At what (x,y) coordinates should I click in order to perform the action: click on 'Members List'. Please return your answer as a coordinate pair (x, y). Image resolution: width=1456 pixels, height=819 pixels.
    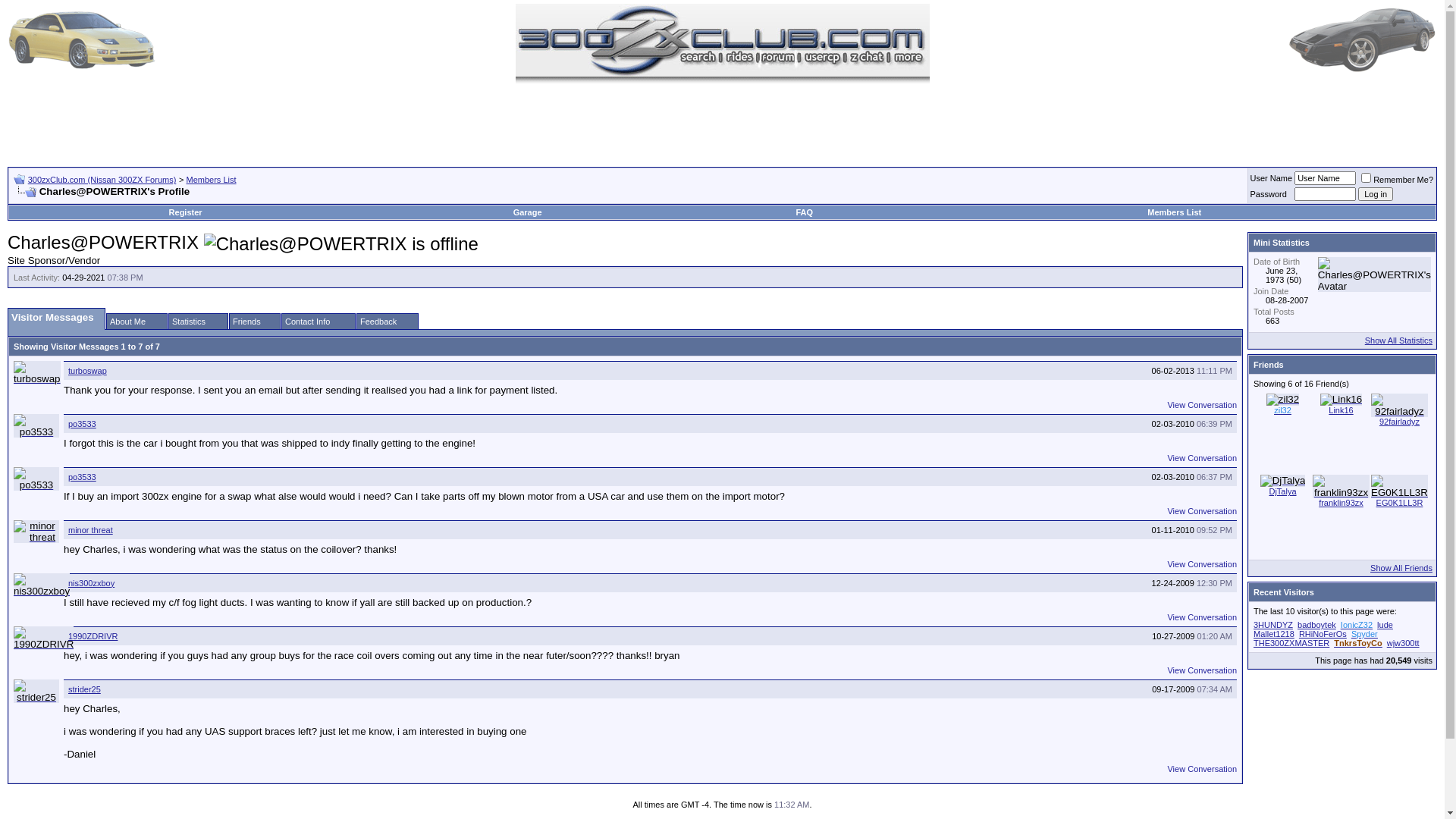
    Looking at the image, I should click on (210, 178).